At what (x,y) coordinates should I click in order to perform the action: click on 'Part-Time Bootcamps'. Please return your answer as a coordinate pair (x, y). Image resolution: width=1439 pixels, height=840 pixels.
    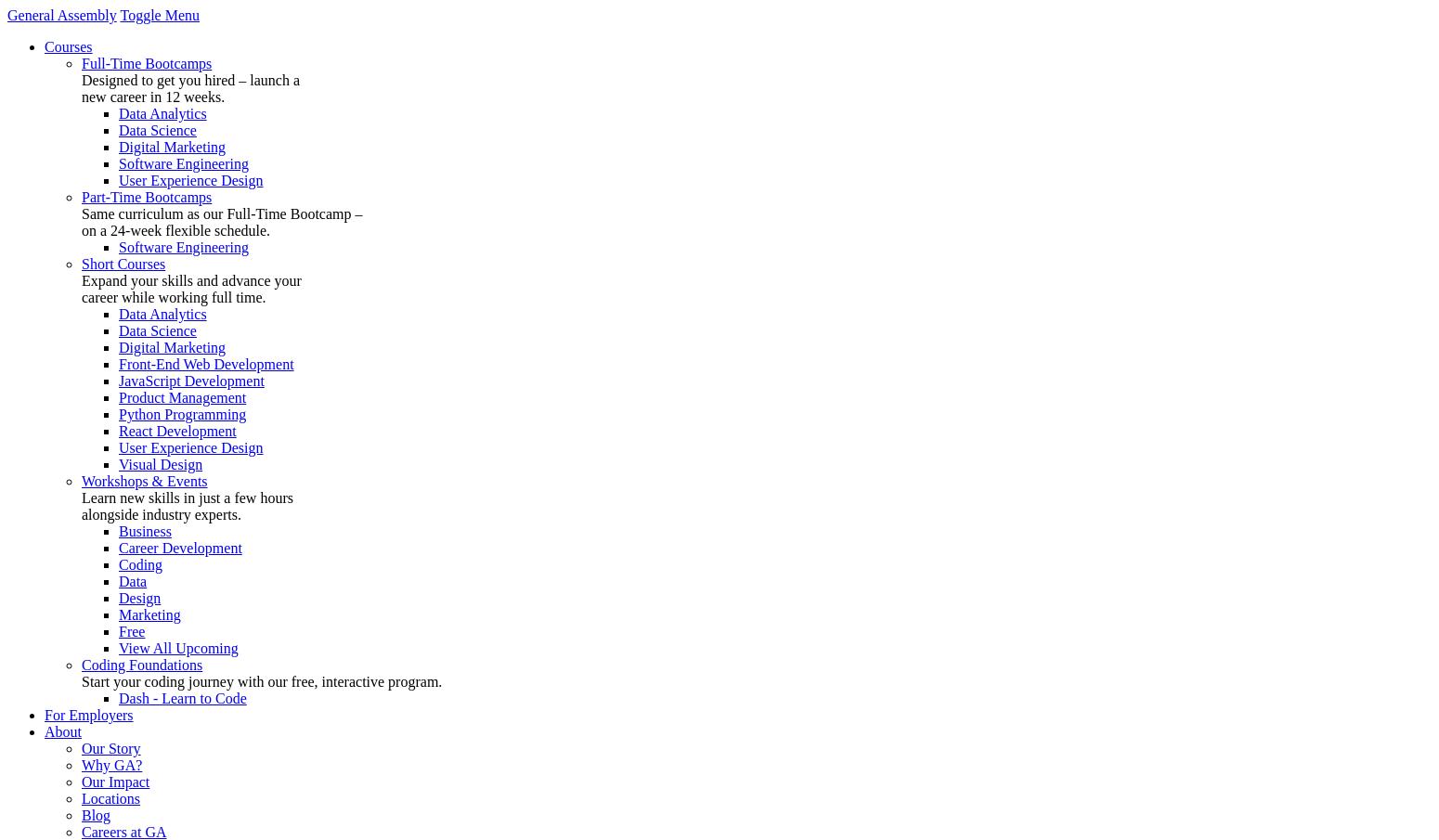
    Looking at the image, I should click on (82, 196).